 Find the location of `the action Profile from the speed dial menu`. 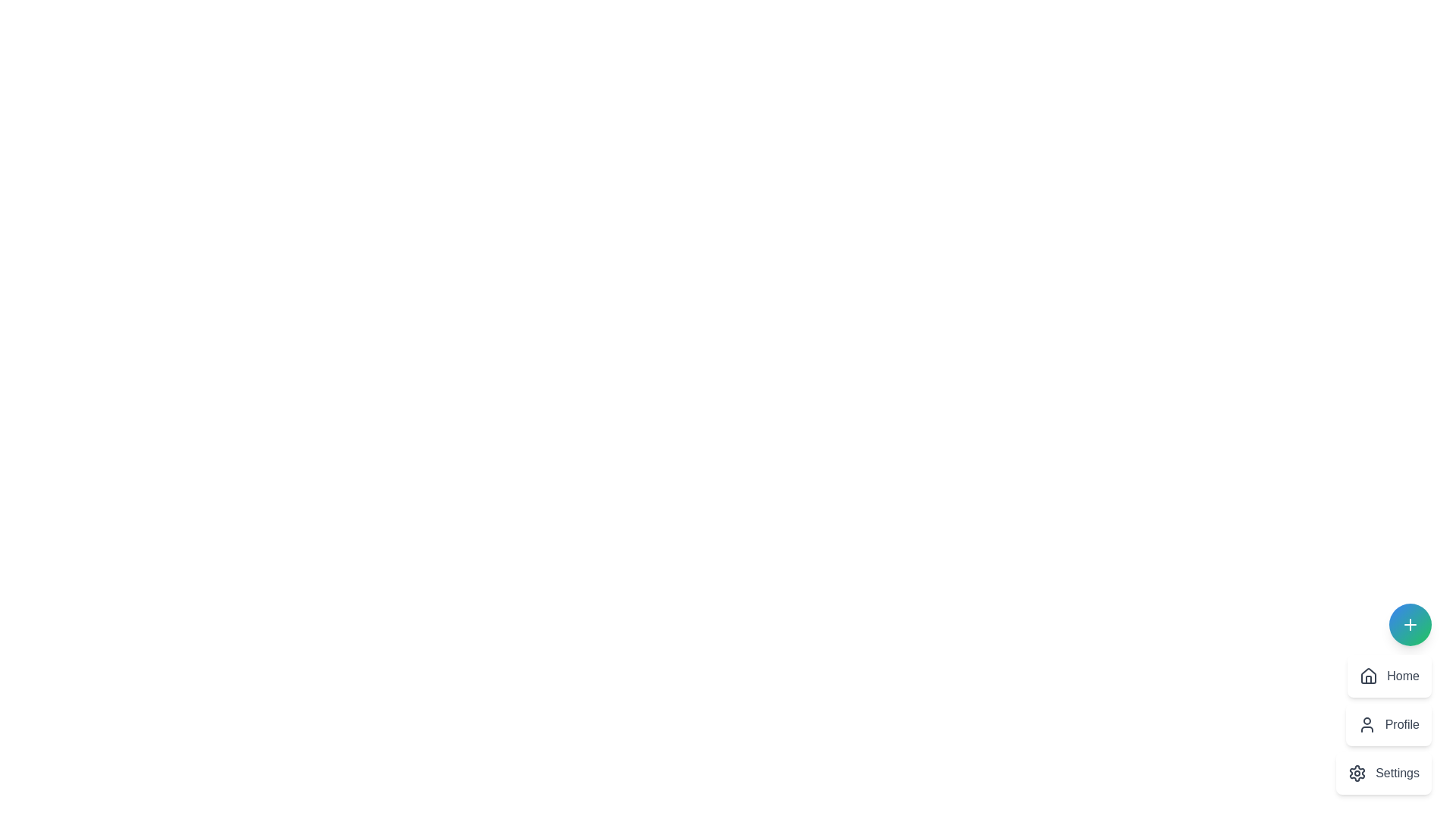

the action Profile from the speed dial menu is located at coordinates (1389, 724).